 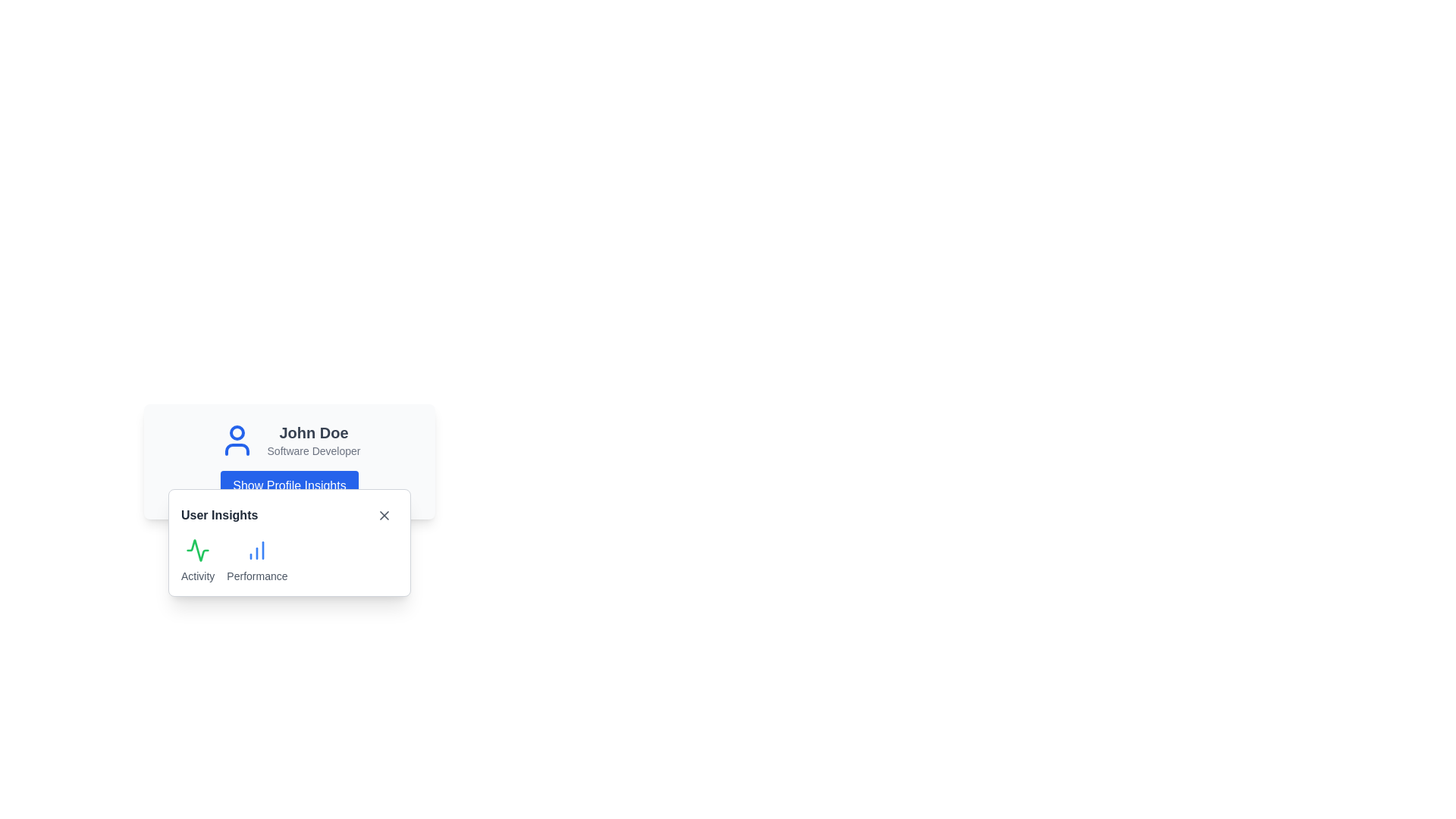 I want to click on the 'Activity' label located in the 'User Insights' section, positioned below the green 'Activity' icon, to gather information, so click(x=197, y=576).